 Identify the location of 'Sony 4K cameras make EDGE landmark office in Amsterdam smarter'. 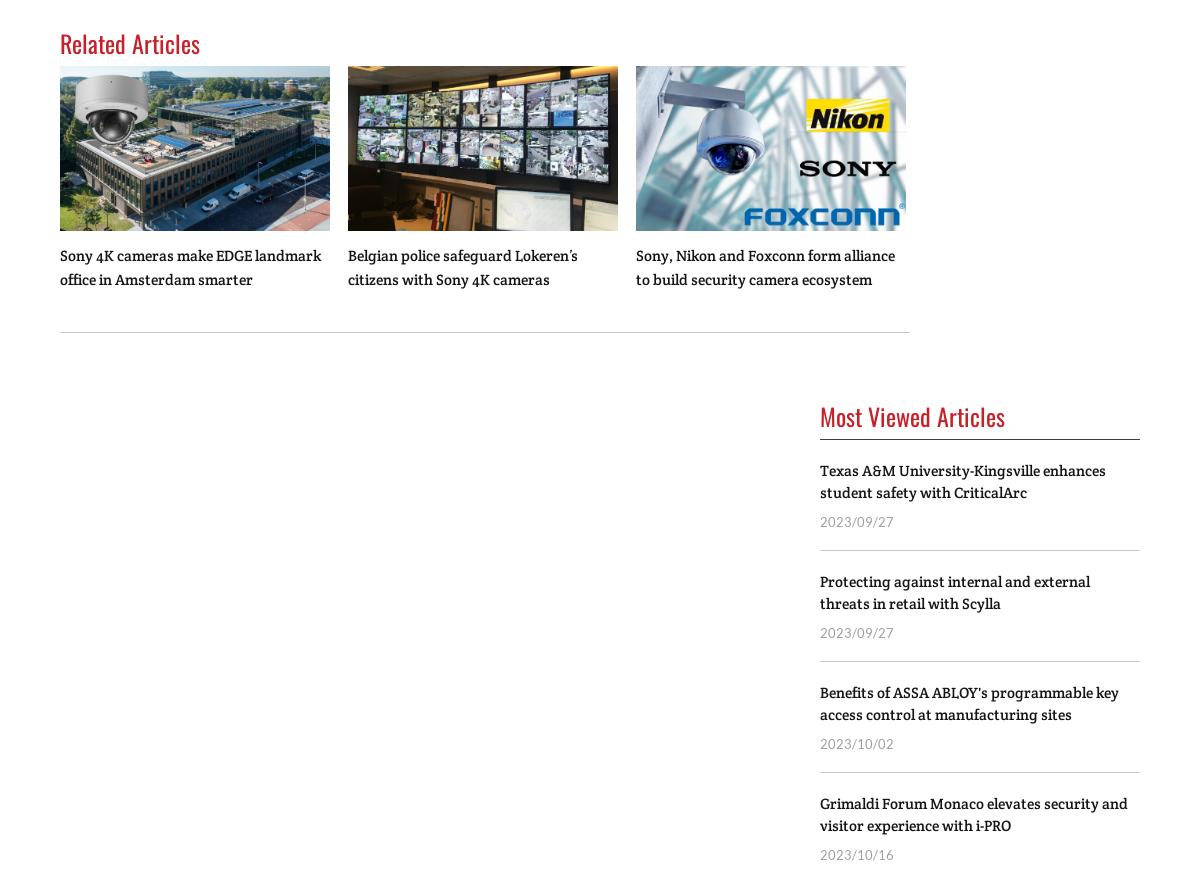
(189, 266).